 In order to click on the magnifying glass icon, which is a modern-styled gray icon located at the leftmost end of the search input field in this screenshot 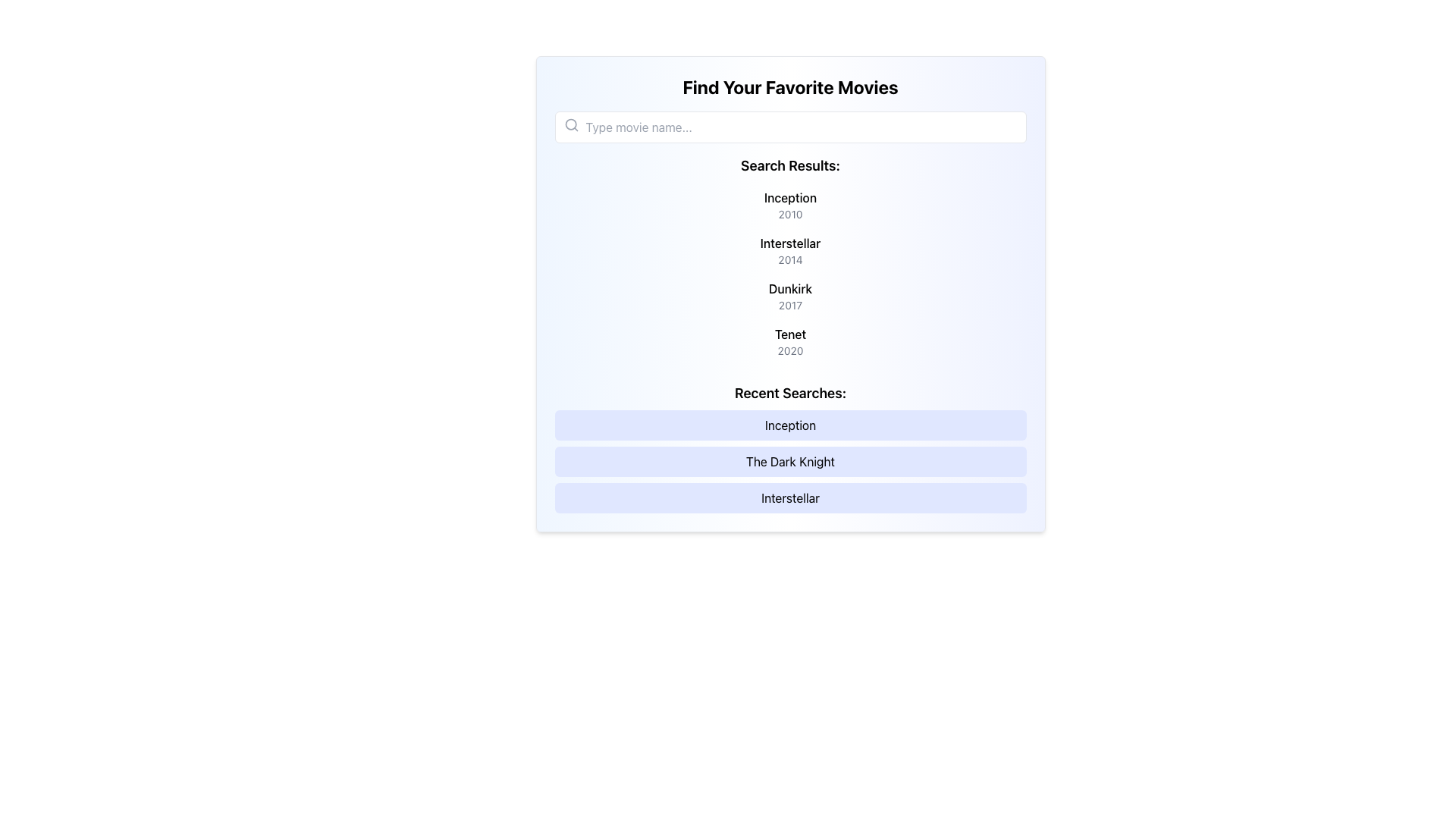, I will do `click(570, 124)`.